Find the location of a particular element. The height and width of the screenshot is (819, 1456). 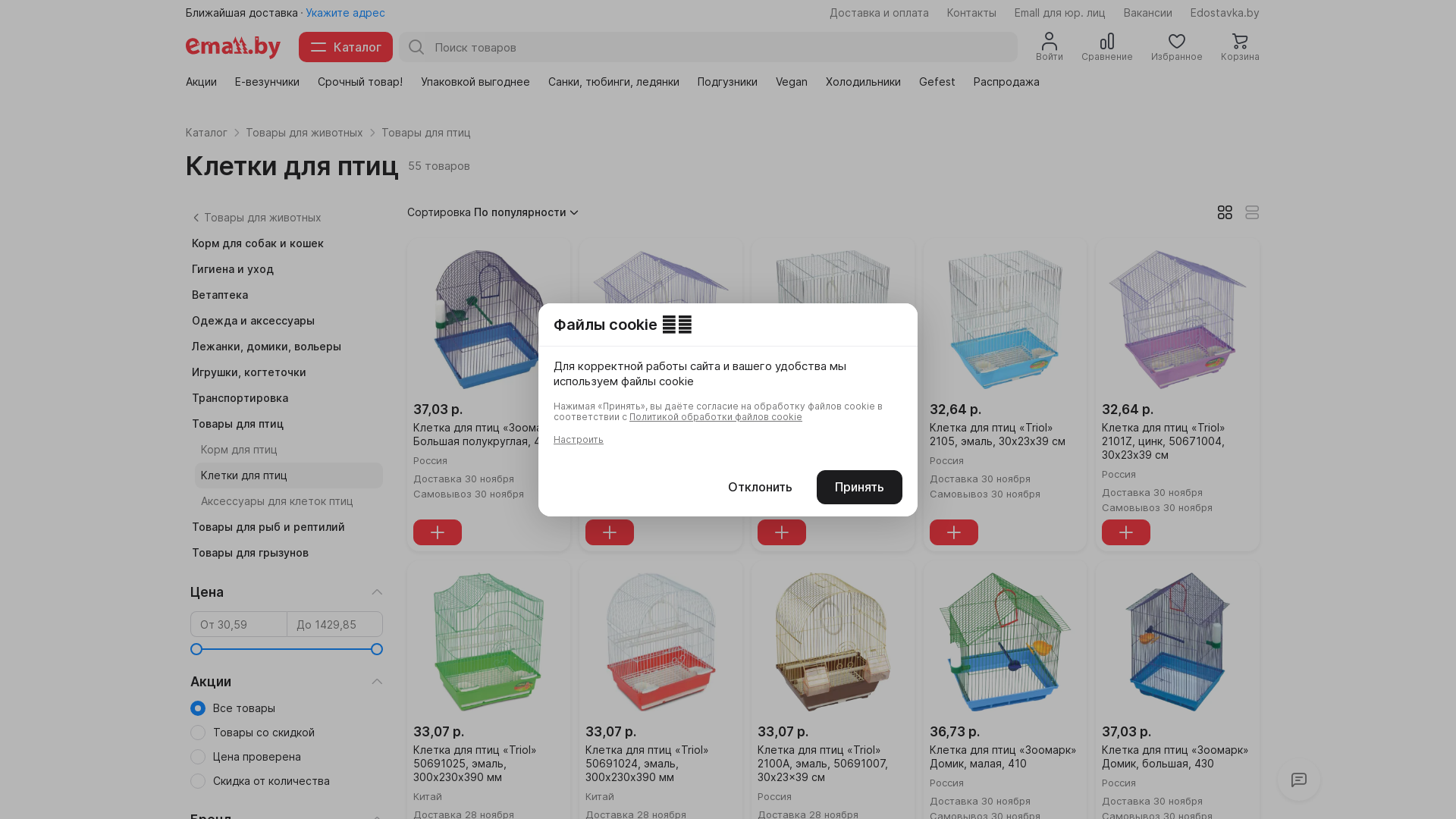

'Vegan' is located at coordinates (789, 82).